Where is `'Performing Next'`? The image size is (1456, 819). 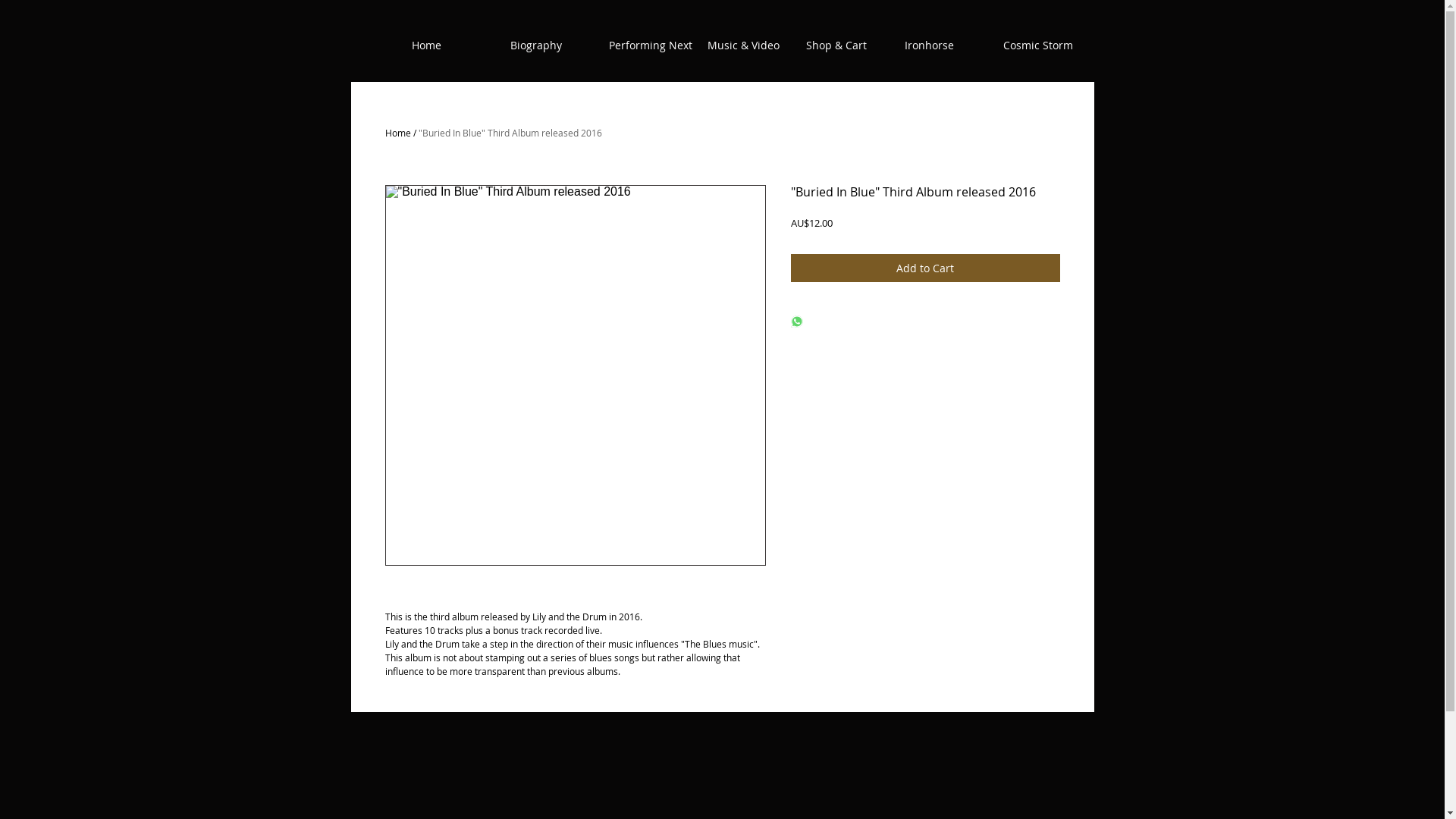
'Performing Next' is located at coordinates (650, 45).